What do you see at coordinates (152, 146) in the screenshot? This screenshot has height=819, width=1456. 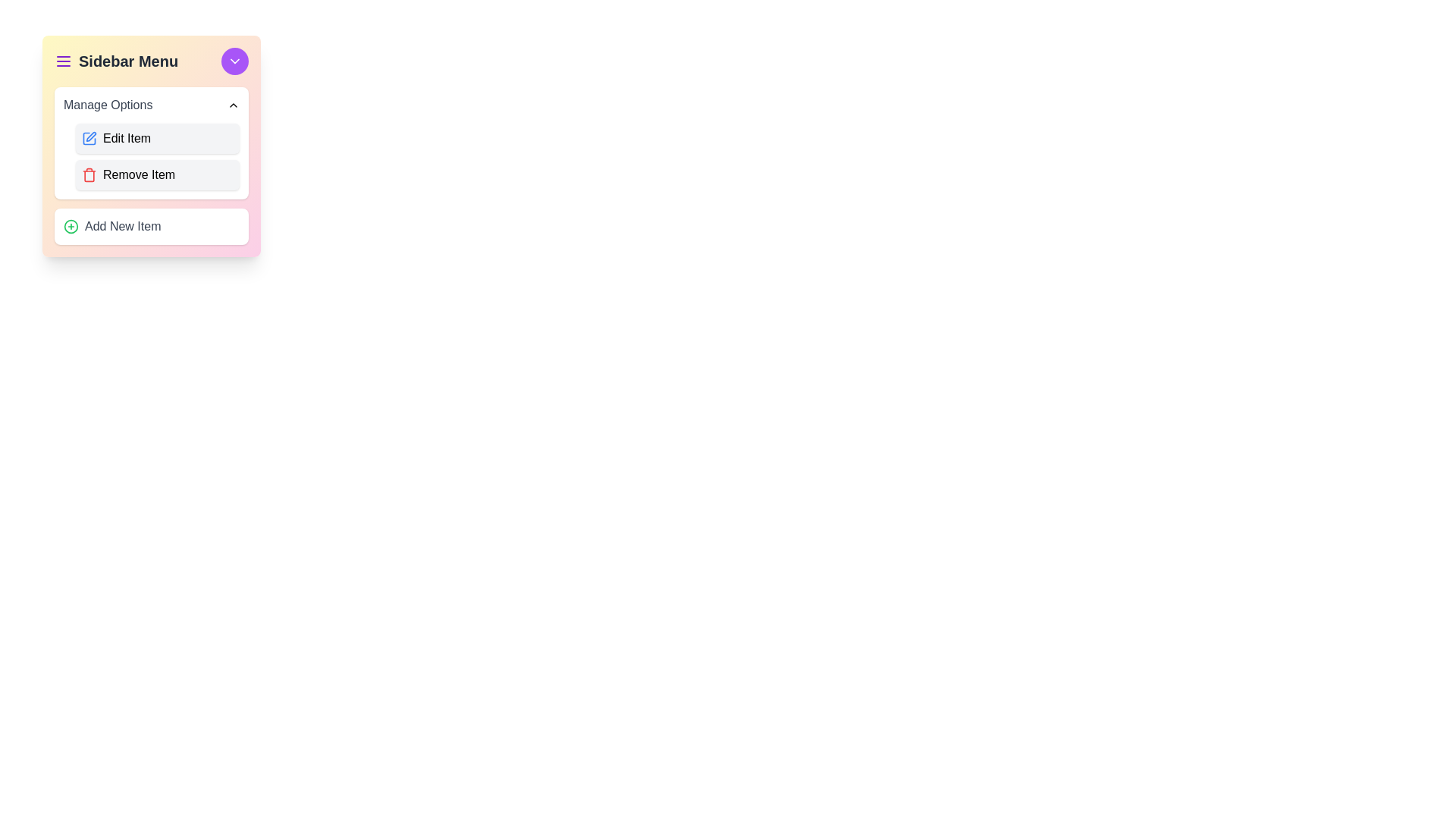 I see `the first button in the 'Manage Options' section of the sidebar menu` at bounding box center [152, 146].